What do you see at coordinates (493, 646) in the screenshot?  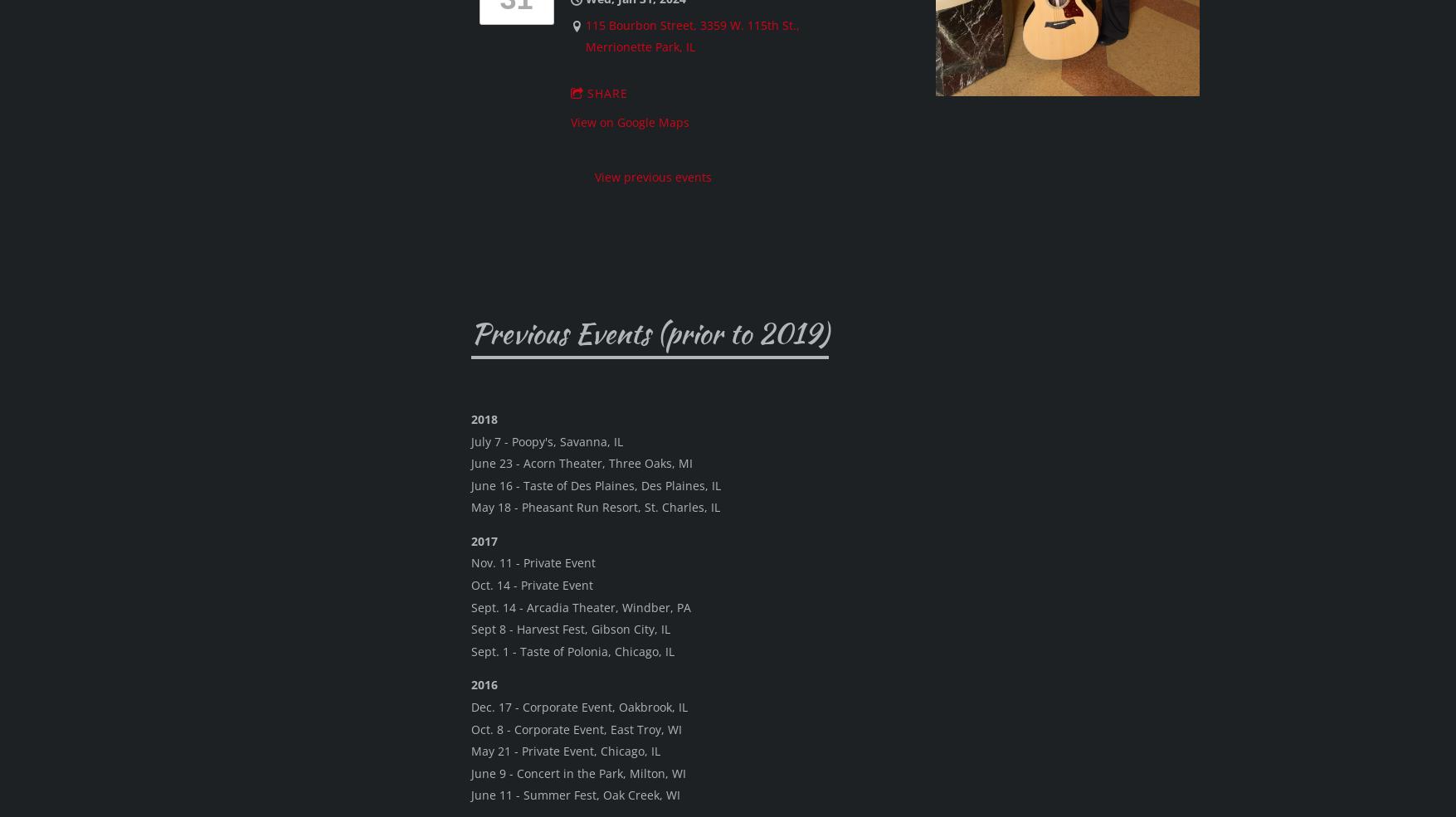 I see `'Aug. 7 -'` at bounding box center [493, 646].